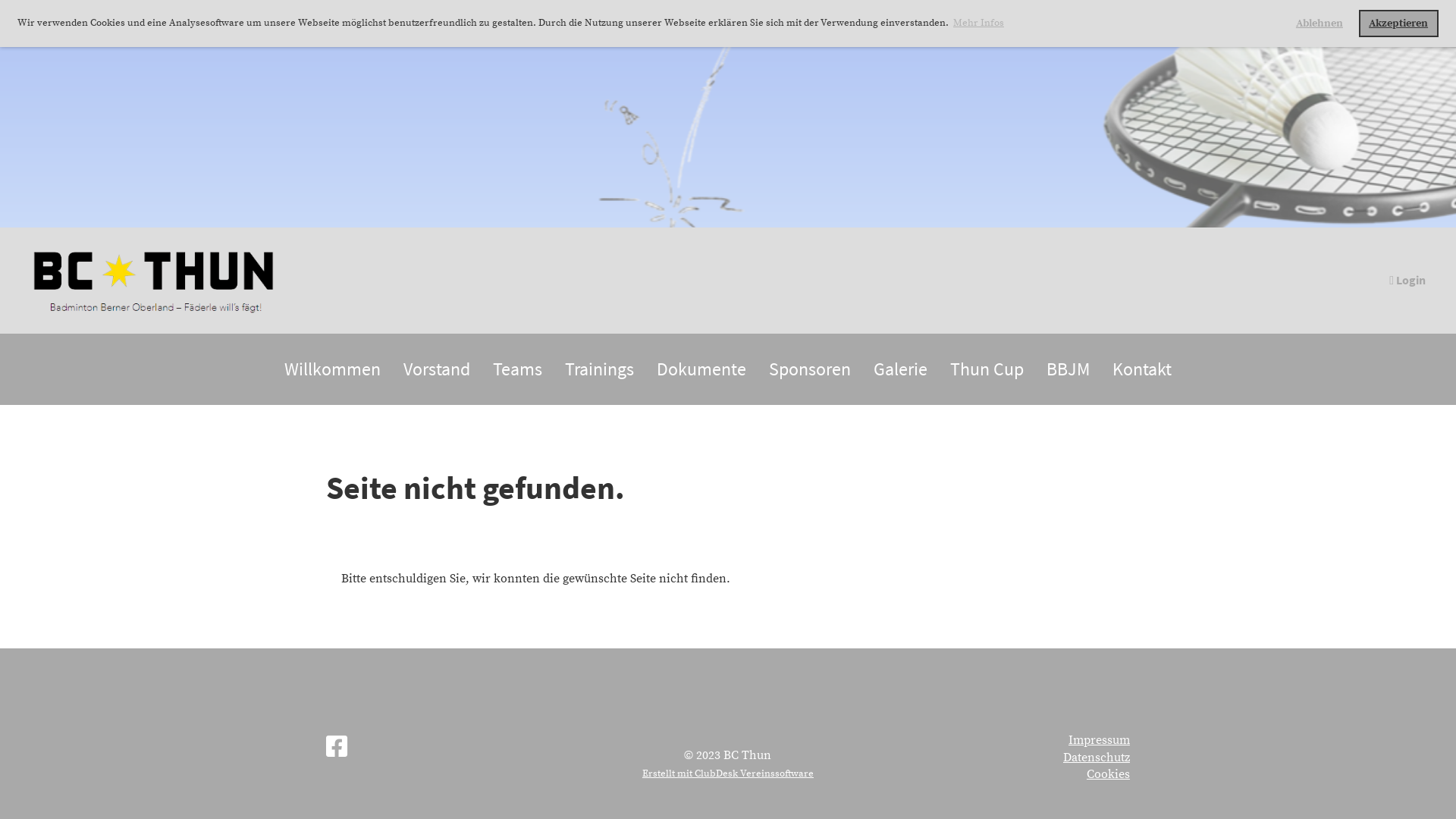  What do you see at coordinates (1062, 758) in the screenshot?
I see `'Datenschutz'` at bounding box center [1062, 758].